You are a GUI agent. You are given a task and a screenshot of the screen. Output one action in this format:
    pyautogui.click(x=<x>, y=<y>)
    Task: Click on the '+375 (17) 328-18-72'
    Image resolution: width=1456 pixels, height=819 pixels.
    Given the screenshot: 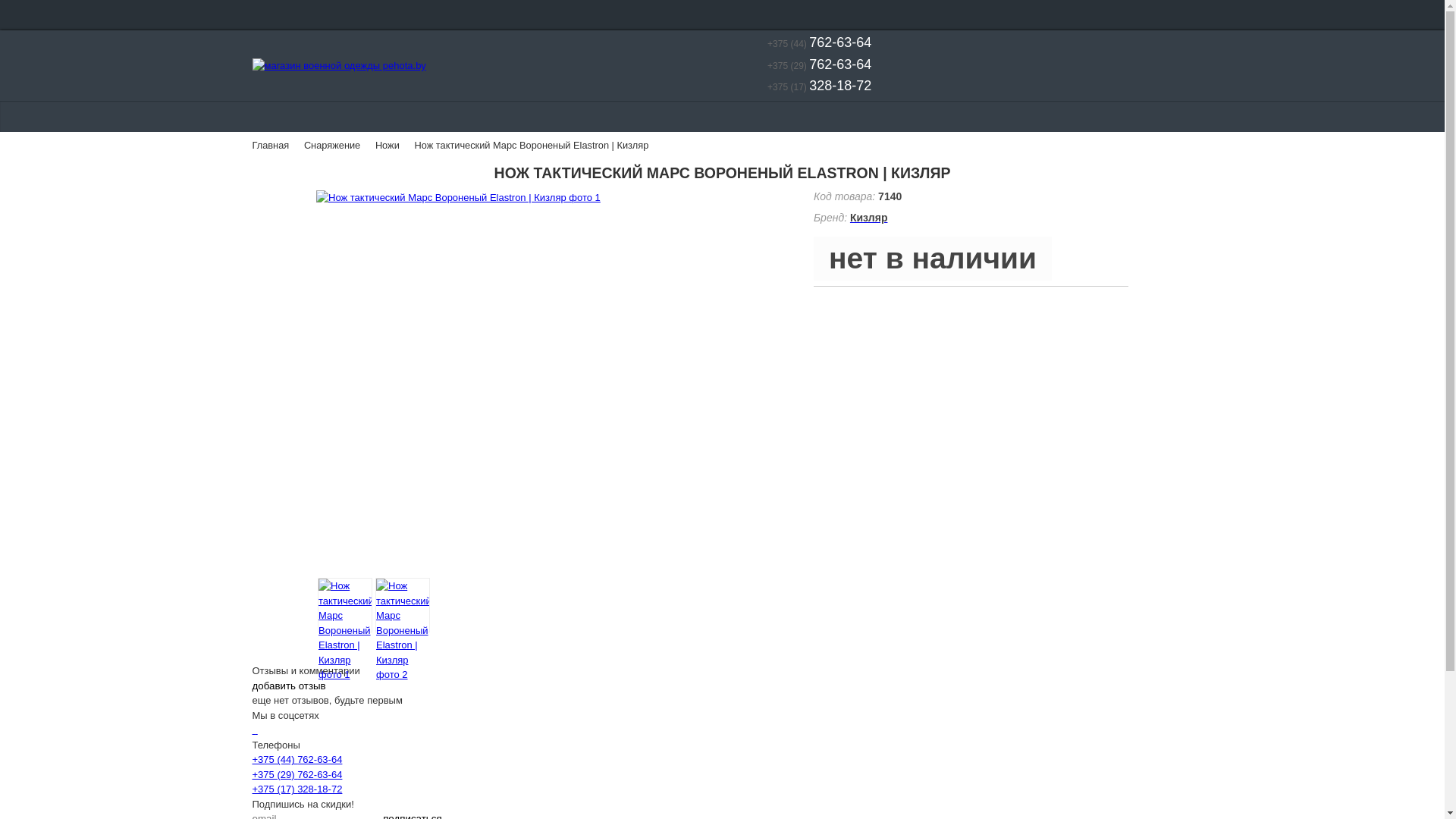 What is the action you would take?
    pyautogui.click(x=808, y=87)
    